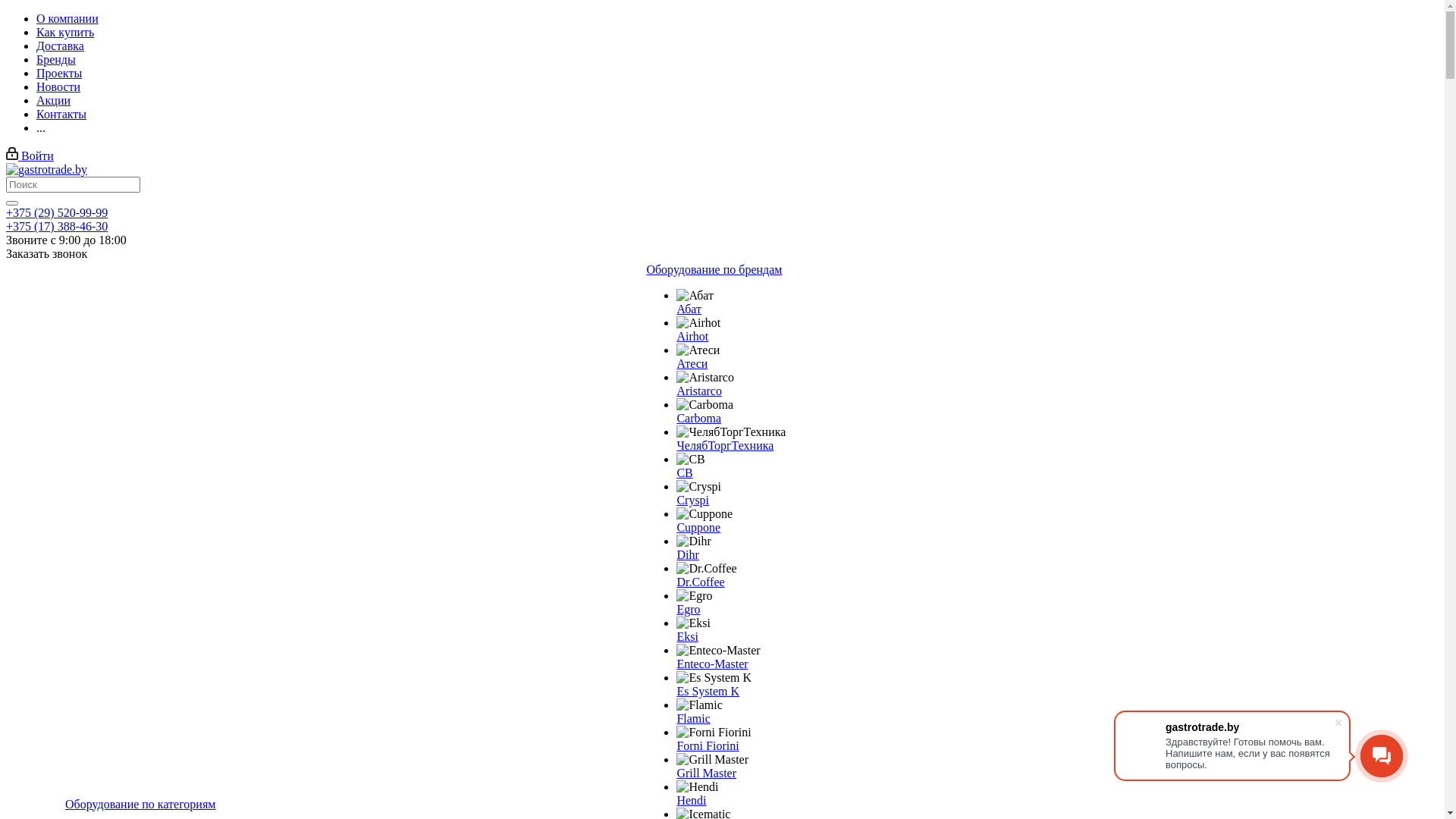  What do you see at coordinates (706, 745) in the screenshot?
I see `'Forni Fiorini'` at bounding box center [706, 745].